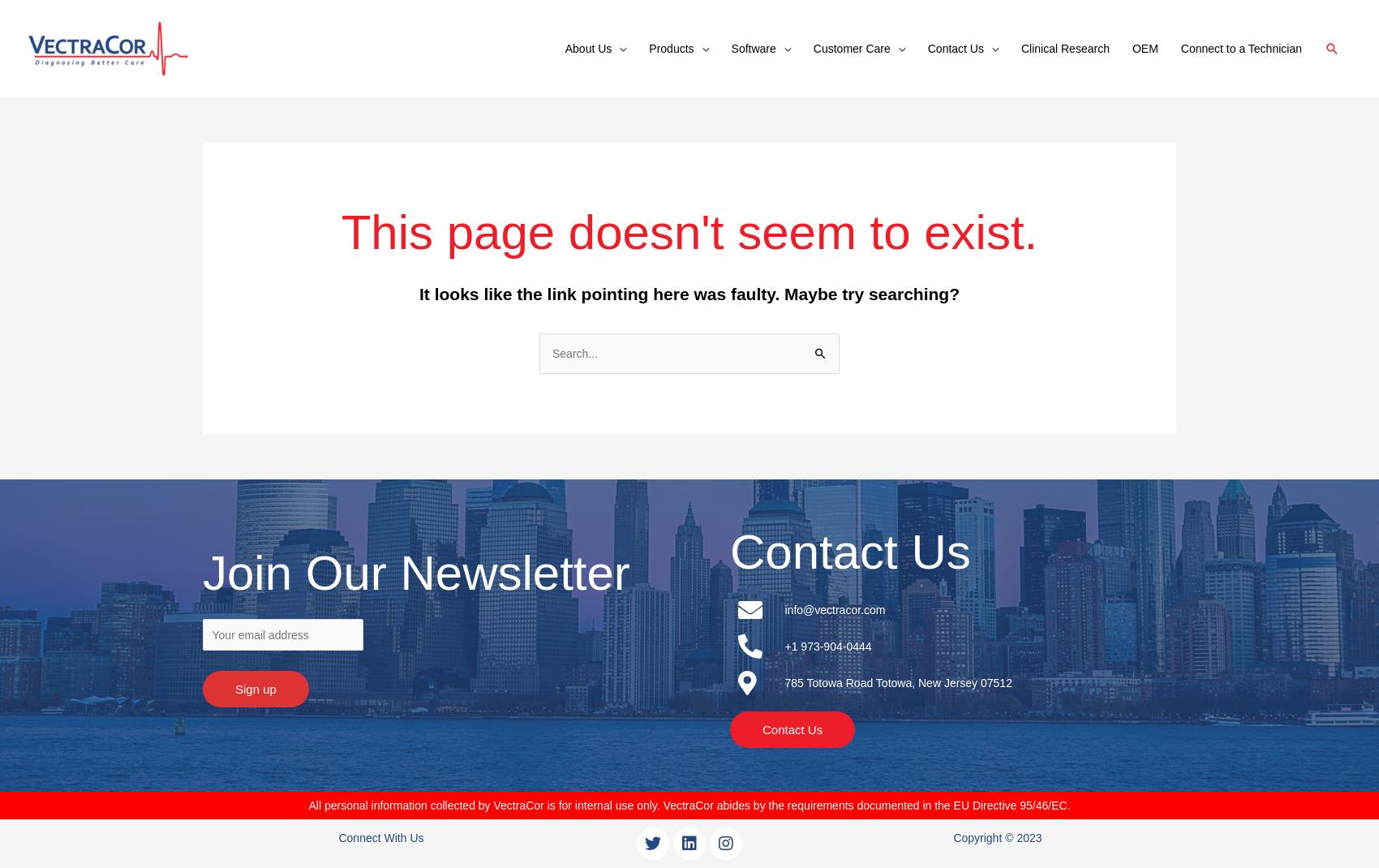 The width and height of the screenshot is (1379, 868). Describe the element at coordinates (783, 682) in the screenshot. I see `'785 Totowa Road Totowa, New Jersey 07512'` at that location.